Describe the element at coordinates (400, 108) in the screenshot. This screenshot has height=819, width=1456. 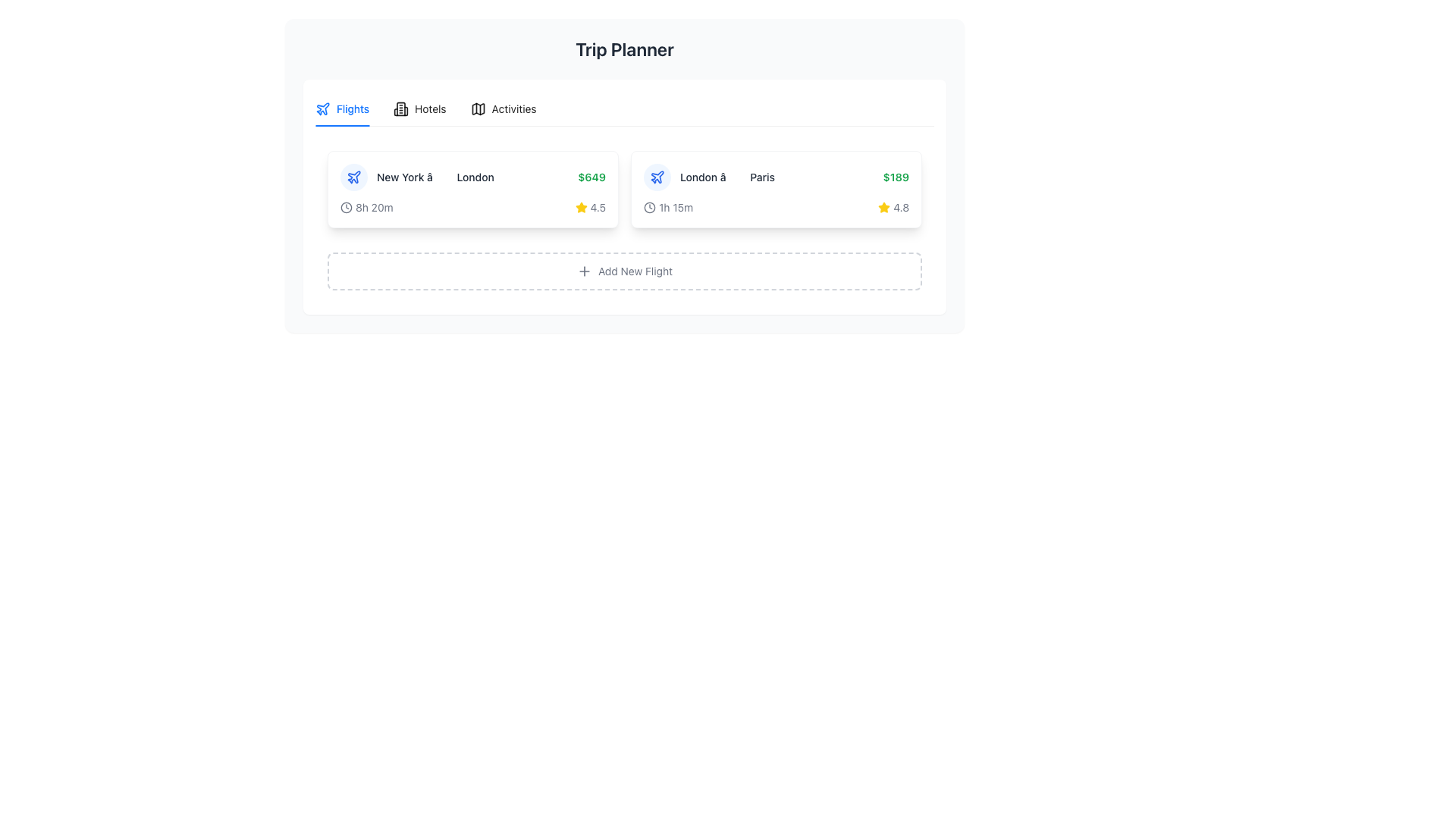
I see `the interactive UI icon resembling a building in the navigation bar` at that location.